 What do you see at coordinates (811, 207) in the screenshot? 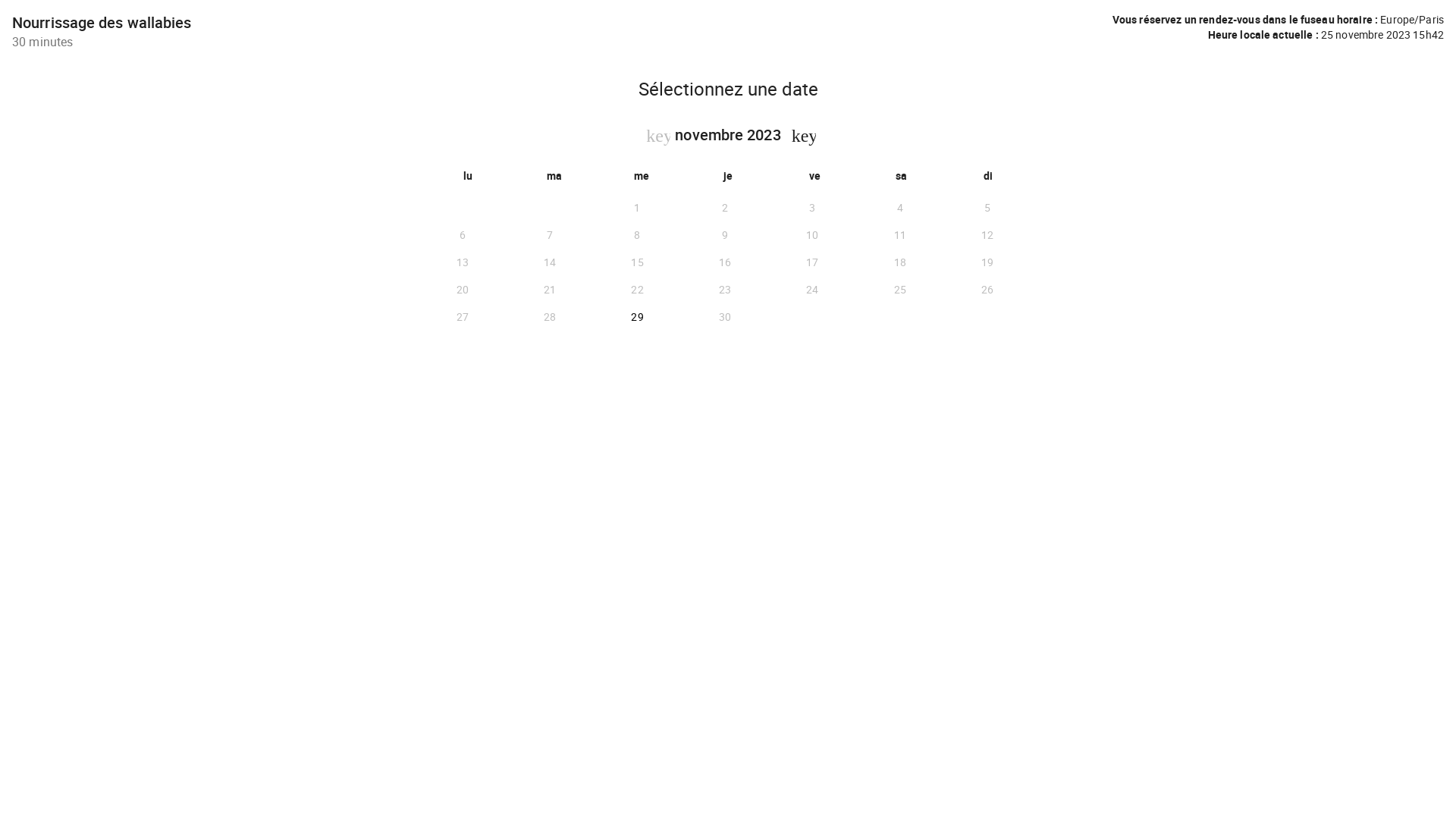
I see `'3'` at bounding box center [811, 207].